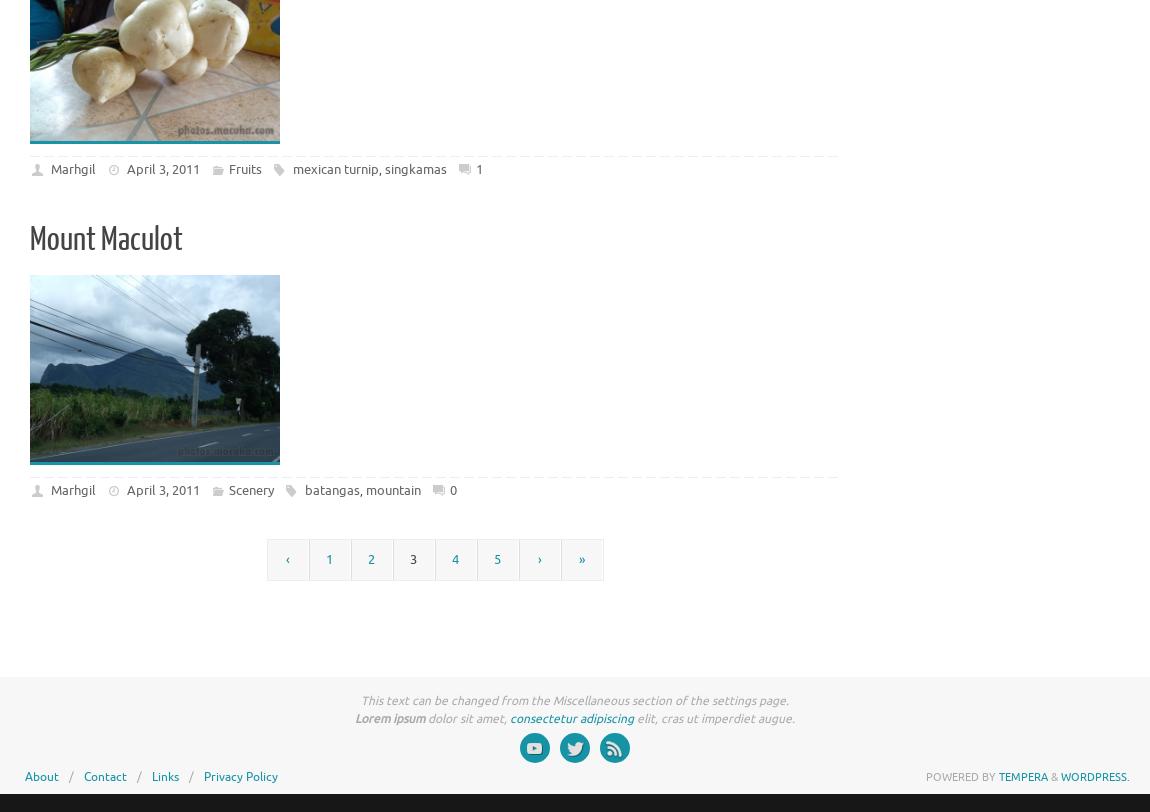  I want to click on 'Privacy Policy', so click(240, 777).